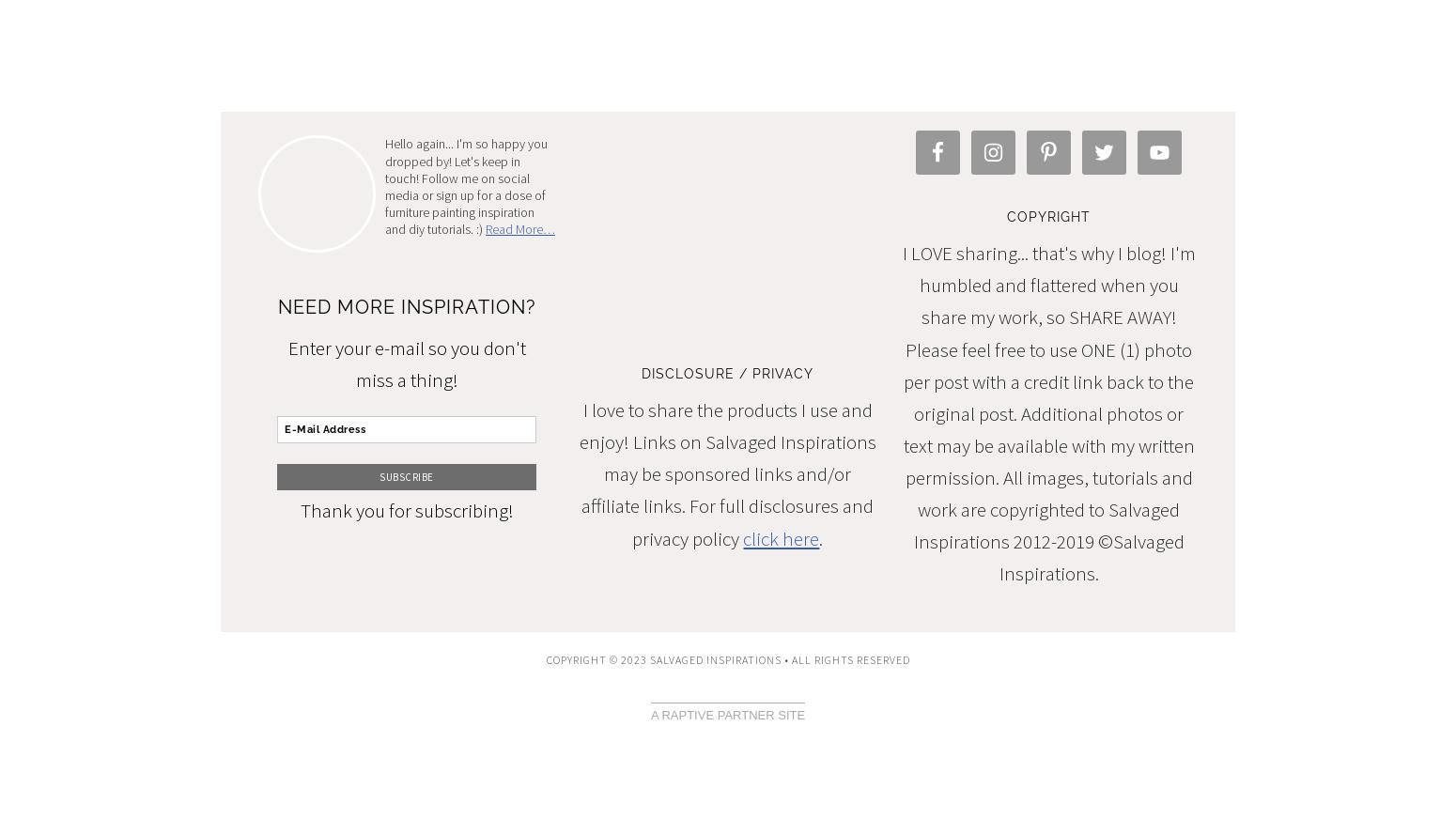 Image resolution: width=1456 pixels, height=819 pixels. I want to click on 'I love to share the products I use and enjoy! Links on Salvaged Inspirations may be sponsored links and/or affiliate links. For full disclosures and privacy policy', so click(727, 472).